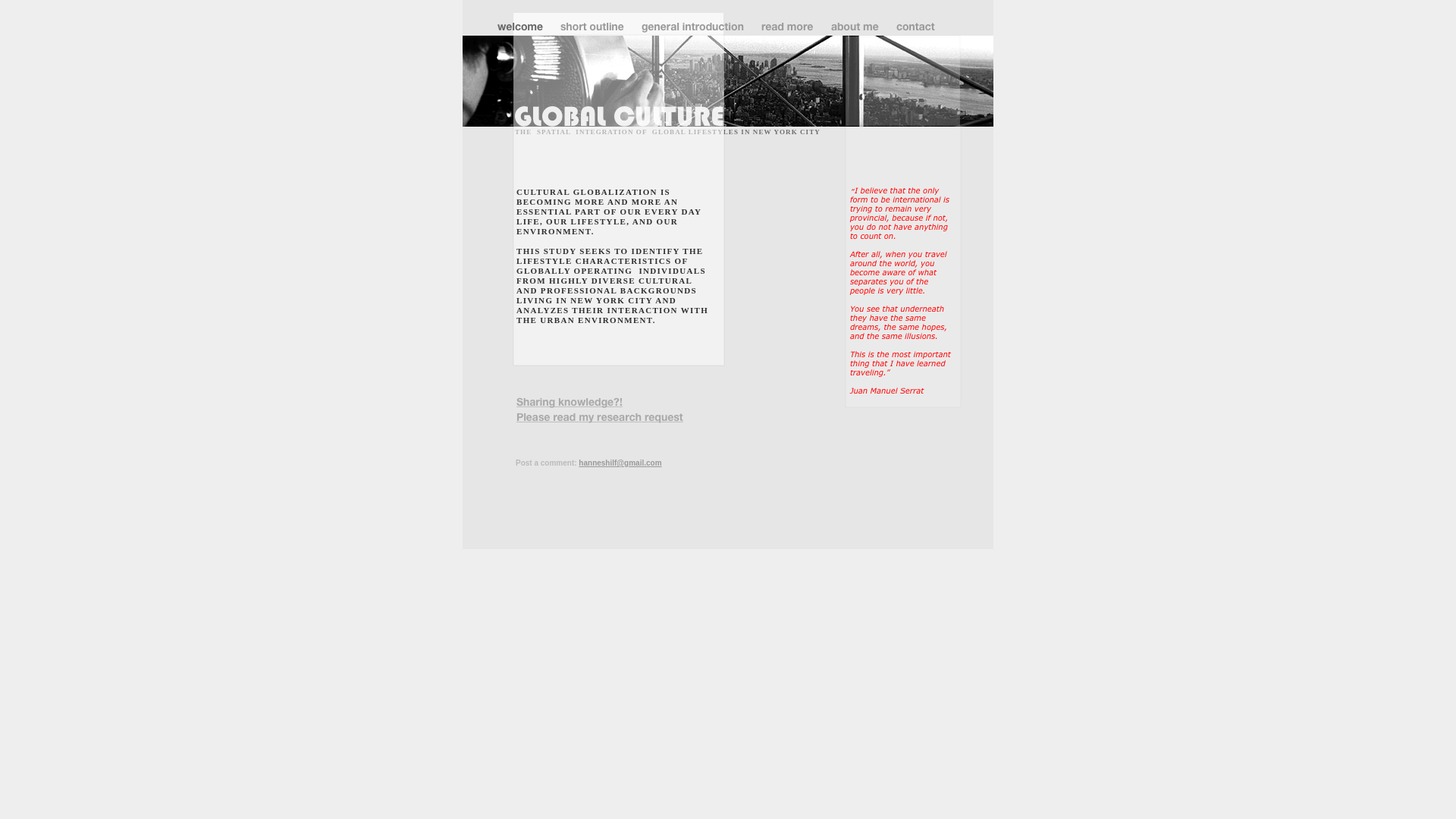  Describe the element at coordinates (620, 462) in the screenshot. I see `'hanneshilf@gmail.com'` at that location.